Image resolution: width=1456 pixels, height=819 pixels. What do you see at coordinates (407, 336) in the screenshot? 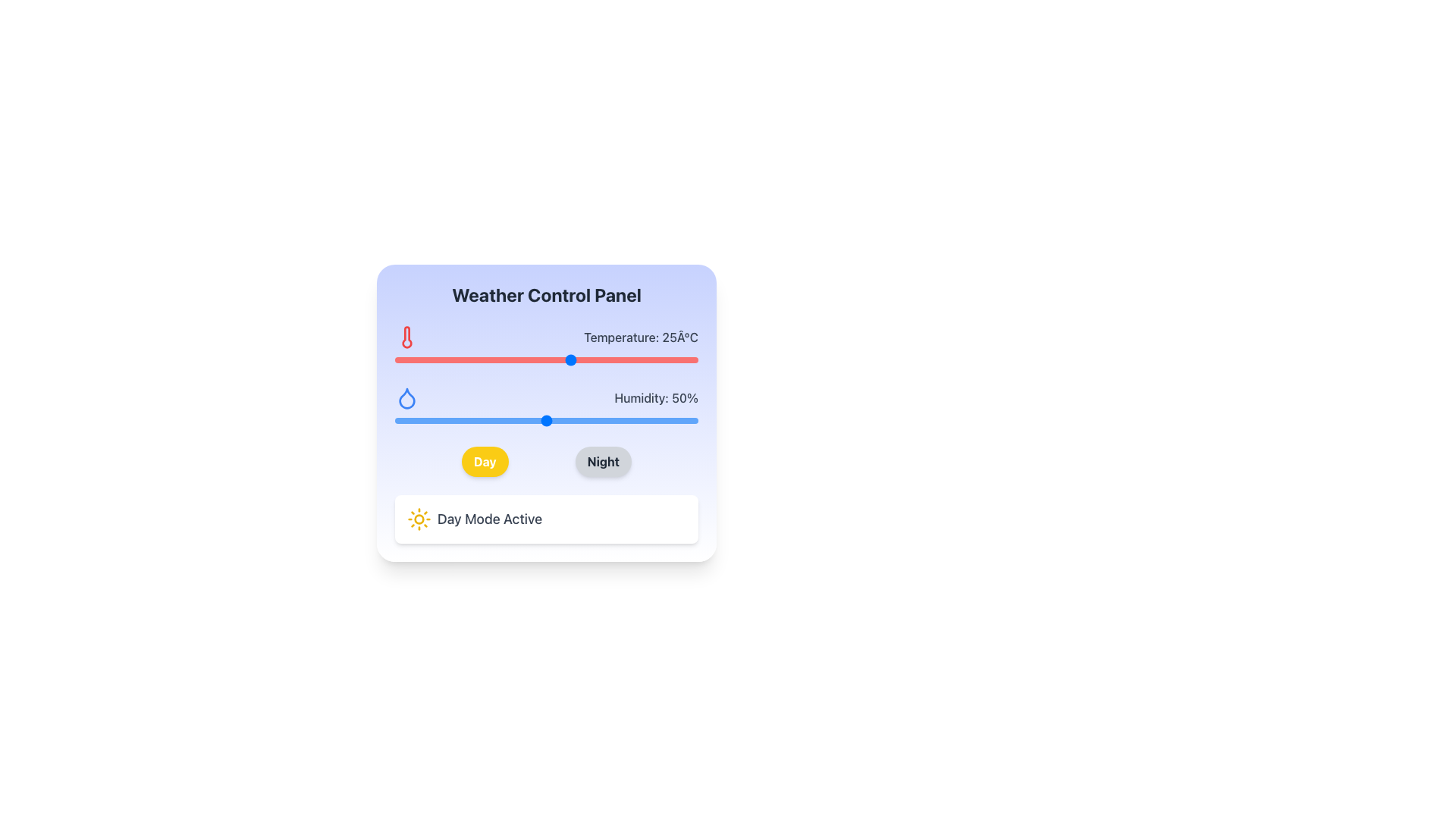
I see `the red vertical tube of the thermometer icon located in the Weather Control Panel, which is adjacent to the red horizontal slider and above the 'Temperature: 25°C' label` at bounding box center [407, 336].